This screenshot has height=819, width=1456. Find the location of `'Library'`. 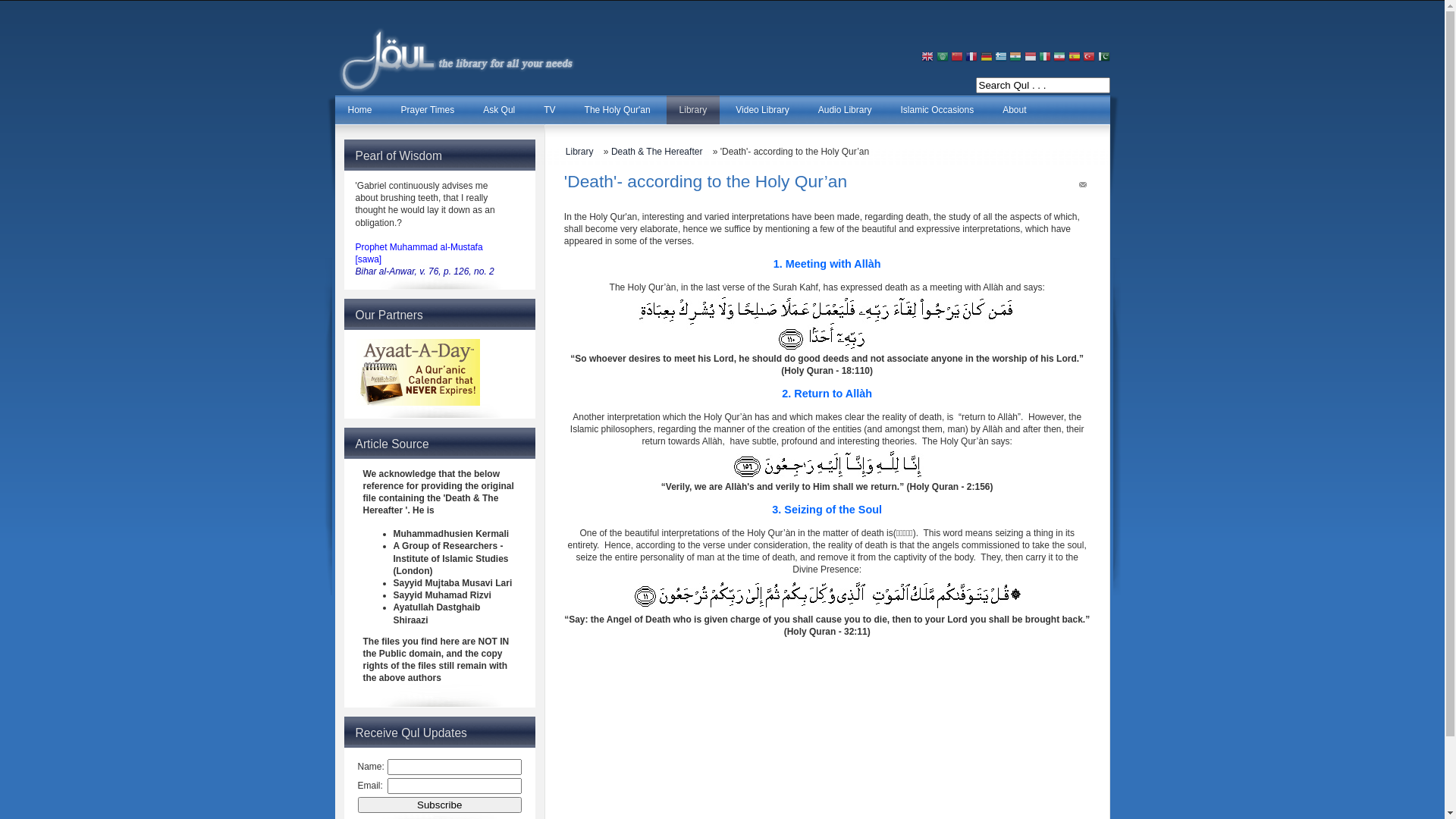

'Library' is located at coordinates (692, 109).